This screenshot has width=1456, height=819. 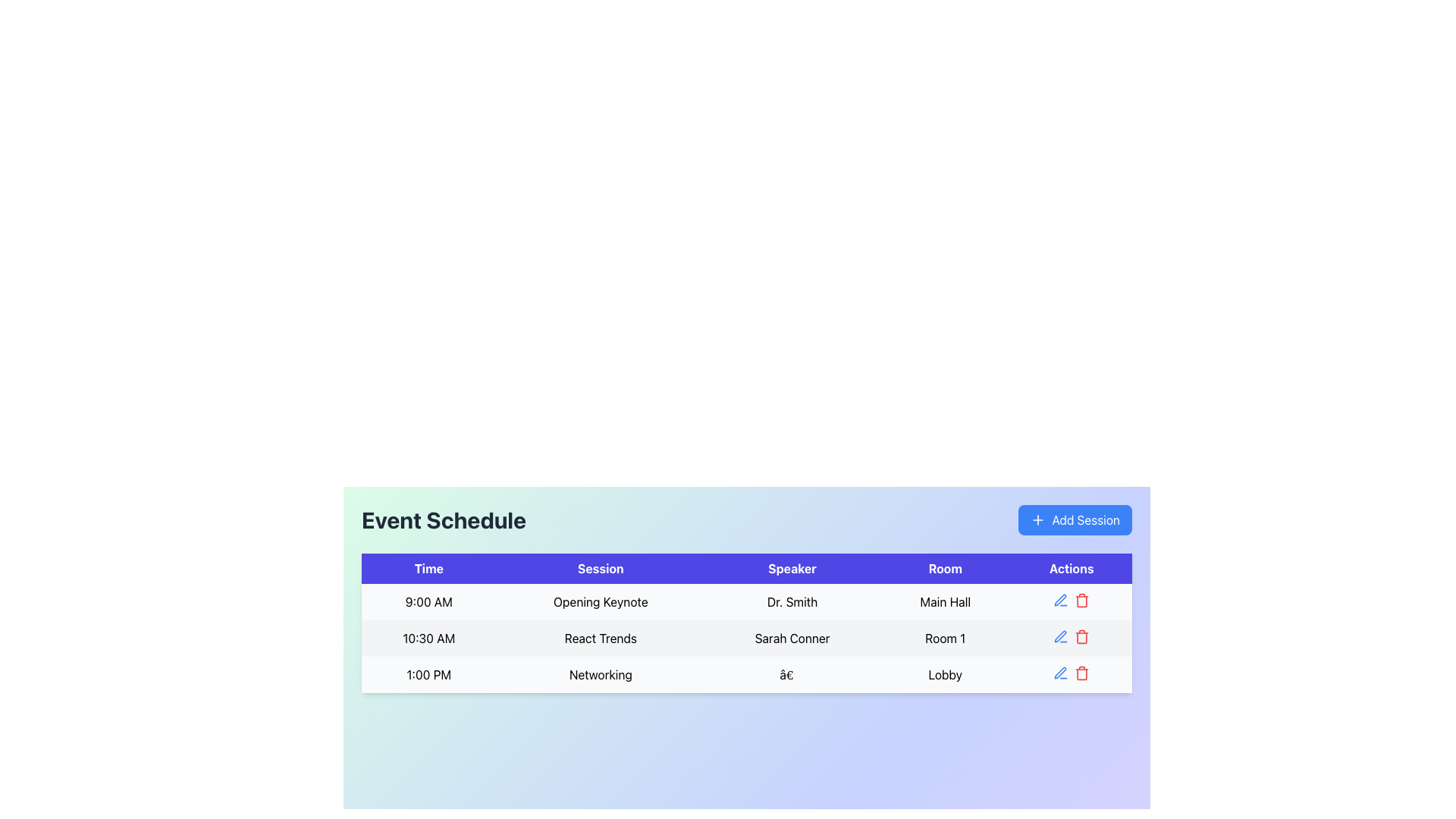 I want to click on the 'Room' label, which is a rectangular label with bold white text on a purple background, located in the header section of a grid layout between the 'Speaker' and 'Actions' labels, so click(x=944, y=568).